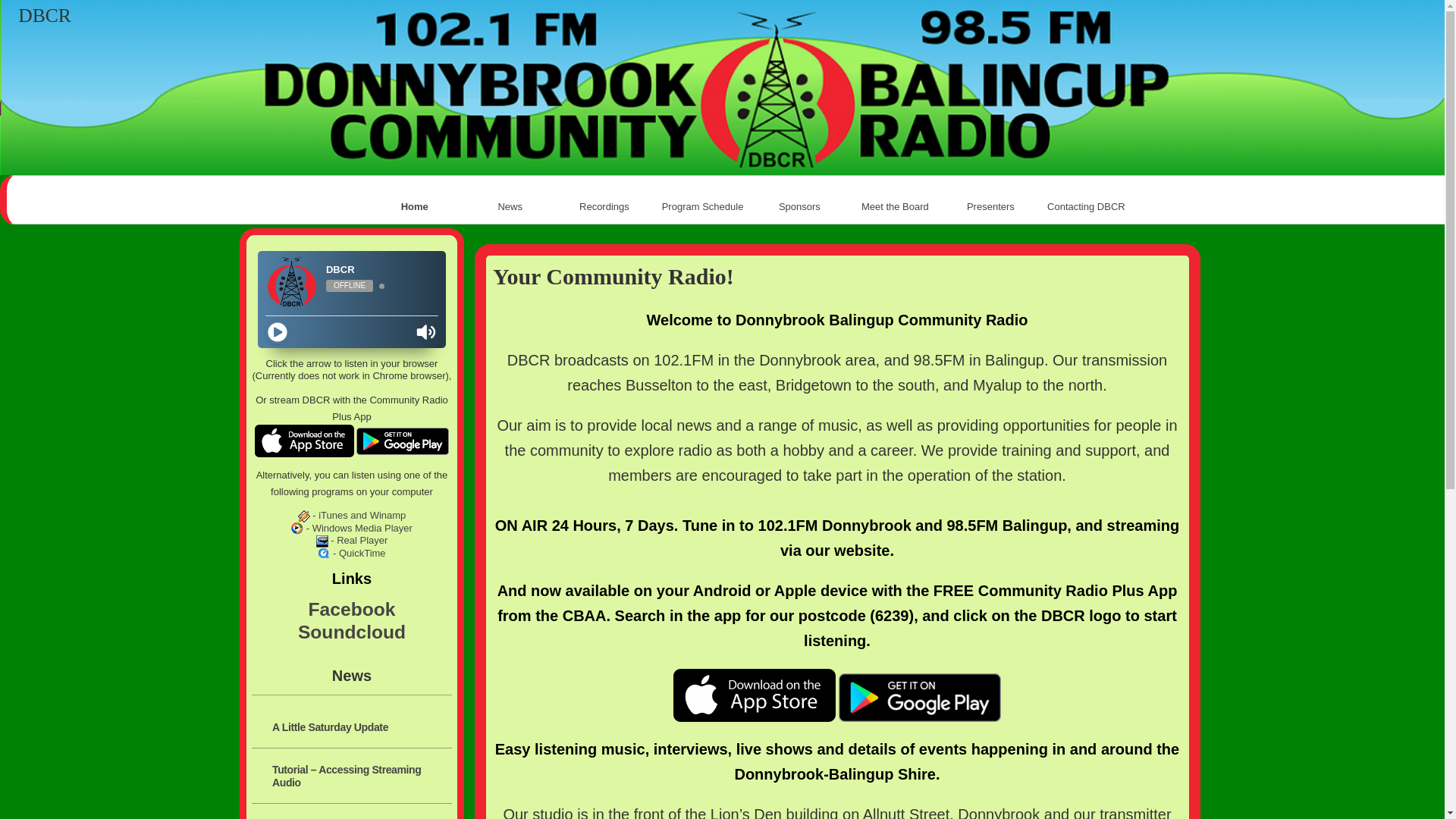 This screenshot has width=1456, height=819. Describe the element at coordinates (701, 207) in the screenshot. I see `'Program Schedule'` at that location.